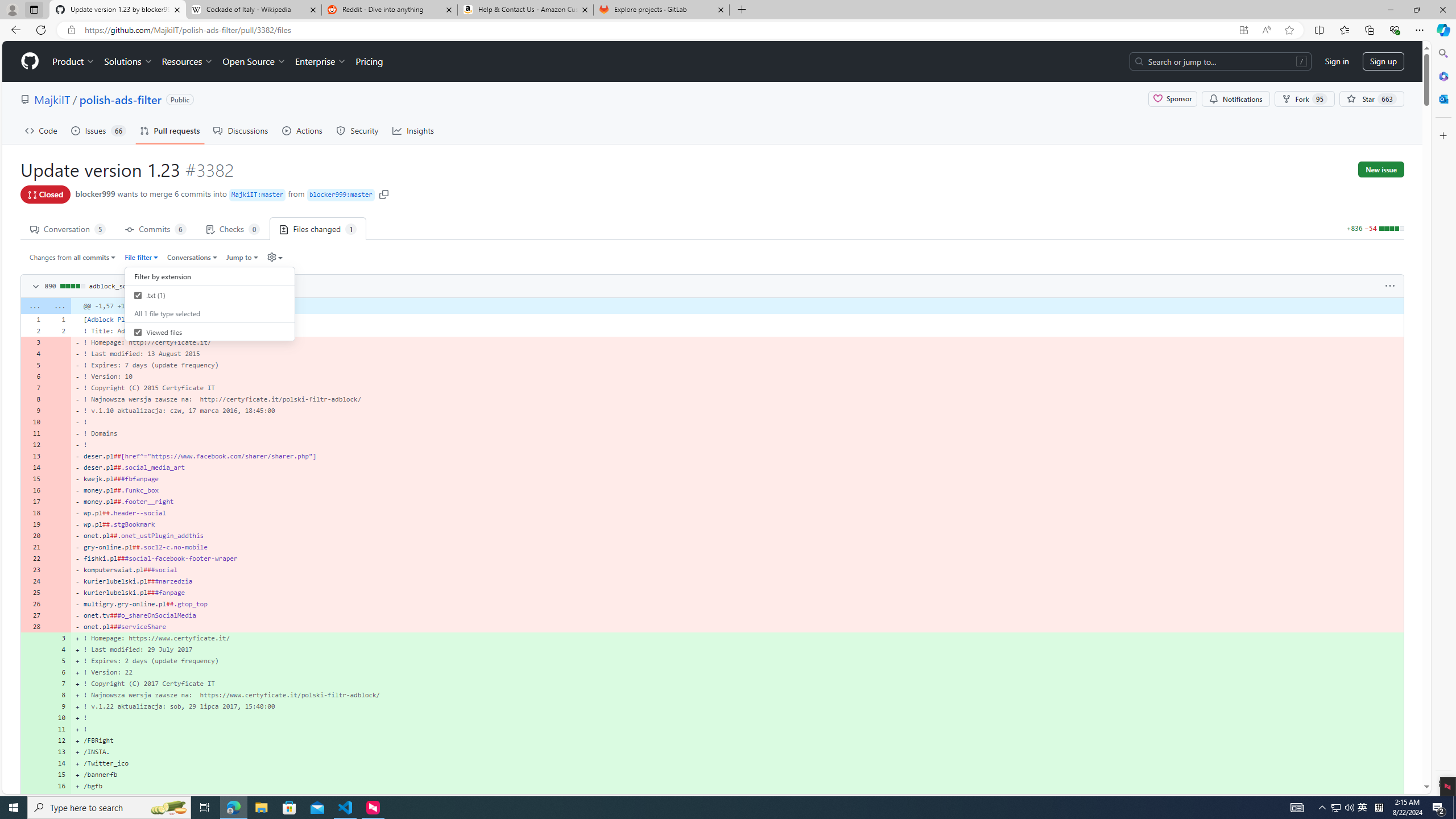 The height and width of the screenshot is (819, 1456). What do you see at coordinates (41, 130) in the screenshot?
I see `'Code'` at bounding box center [41, 130].